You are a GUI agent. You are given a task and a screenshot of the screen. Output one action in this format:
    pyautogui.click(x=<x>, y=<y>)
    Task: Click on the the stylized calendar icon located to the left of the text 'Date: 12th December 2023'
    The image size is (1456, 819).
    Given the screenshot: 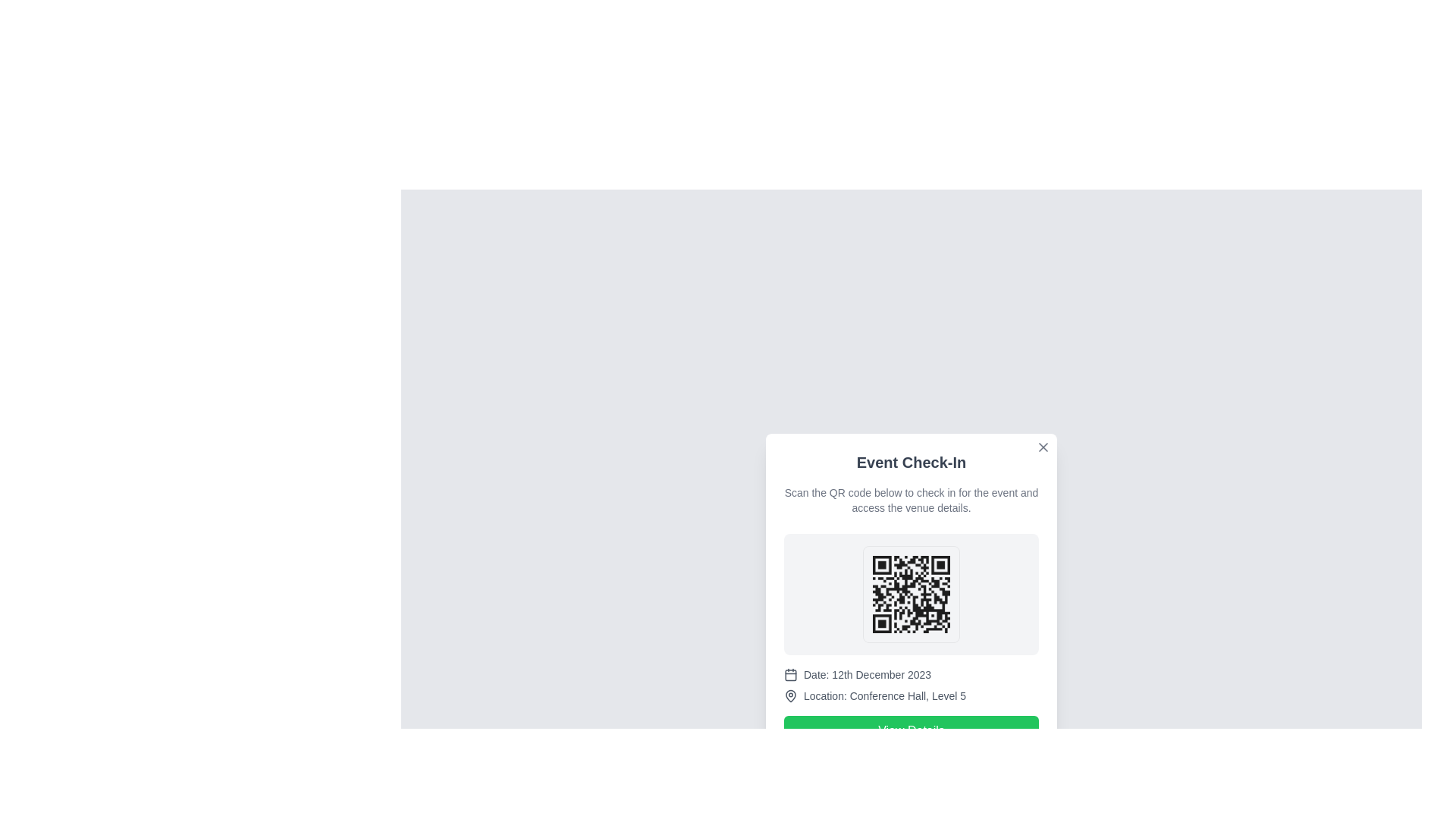 What is the action you would take?
    pyautogui.click(x=789, y=674)
    